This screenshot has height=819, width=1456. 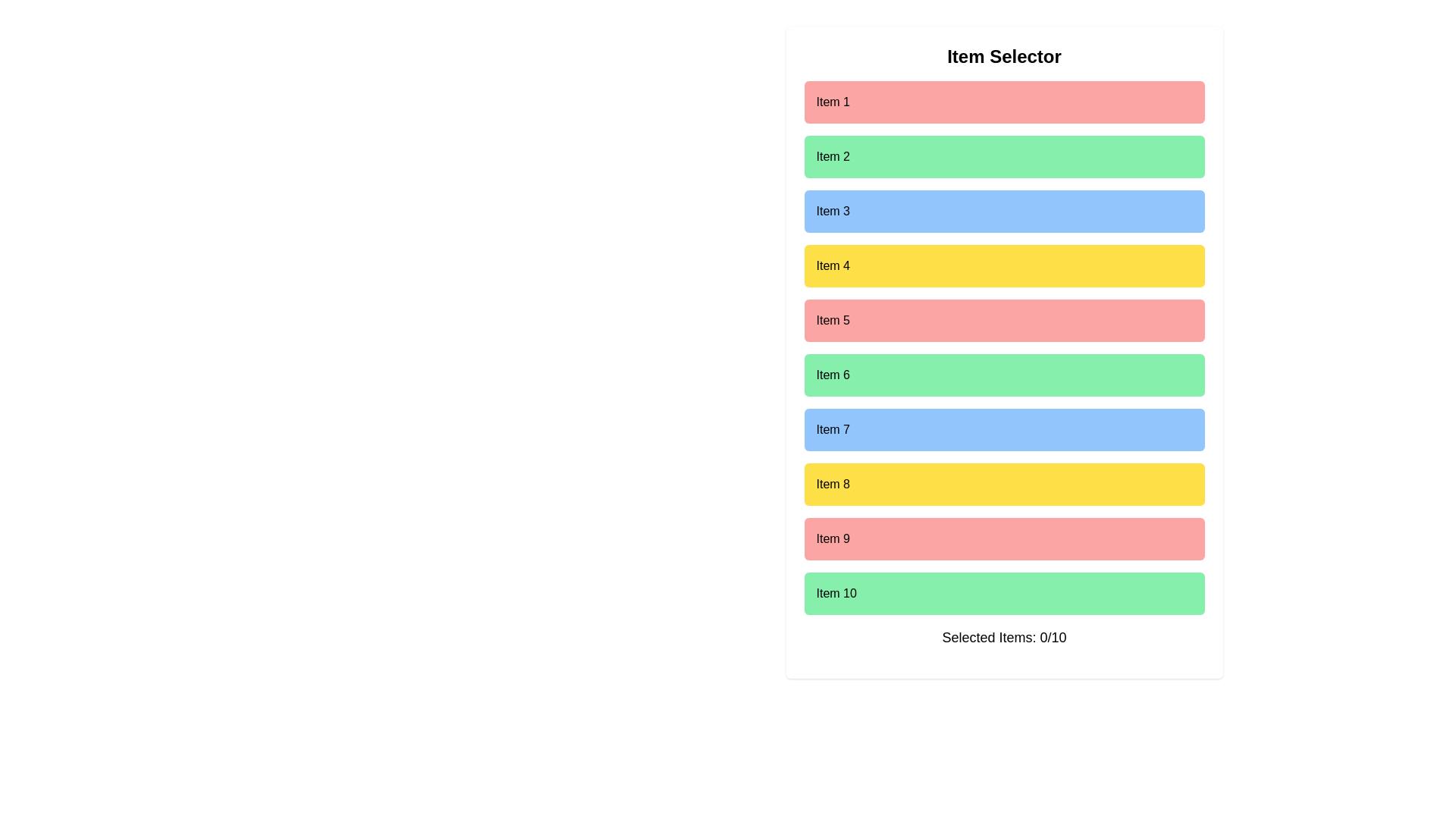 I want to click on the 'Item 6' text label displayed in bold on a green background to inspect its content, so click(x=832, y=375).